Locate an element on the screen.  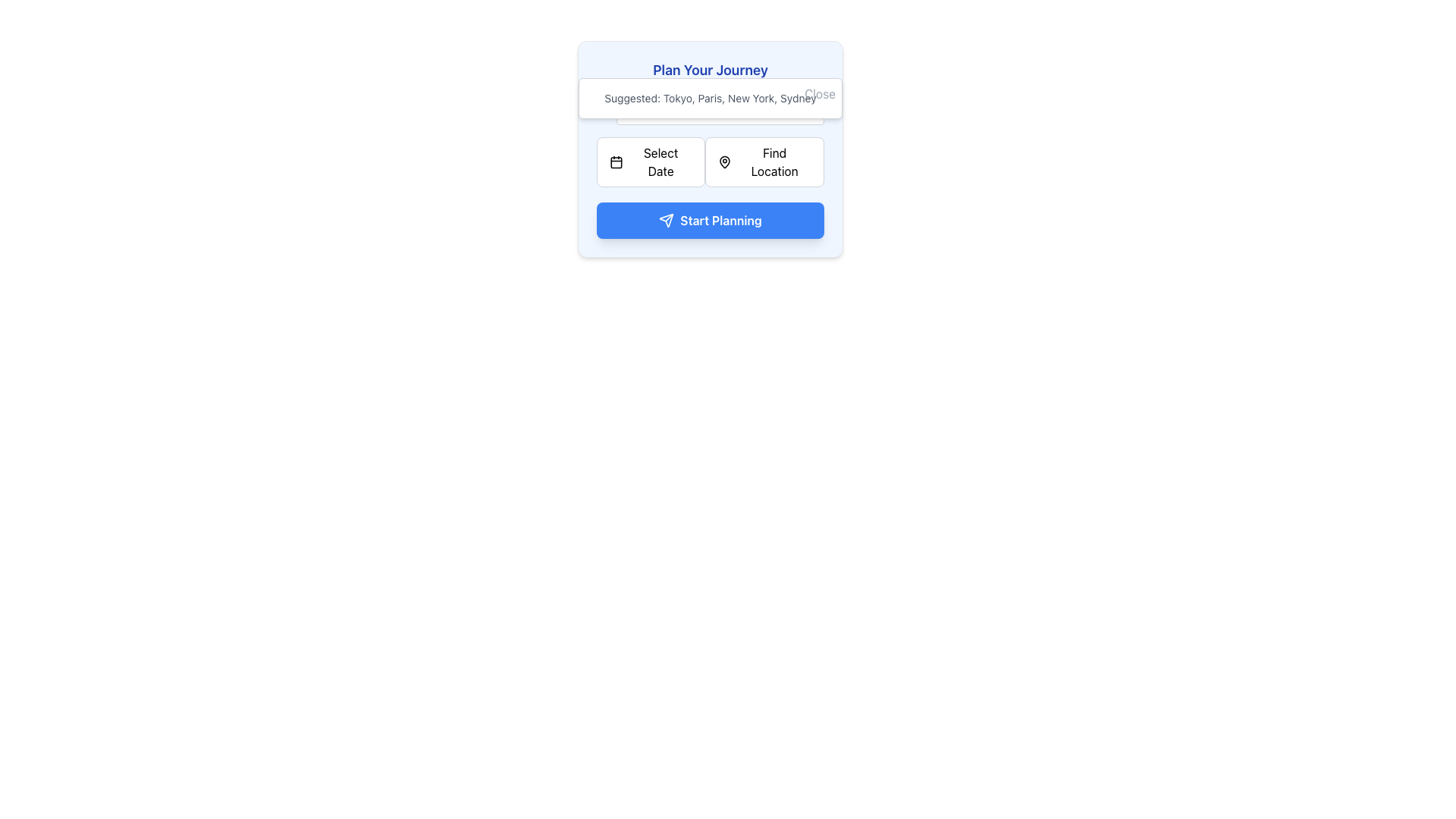
the main rectangular body of the calendar icon component located to the left of the 'Select Date' button is located at coordinates (616, 162).